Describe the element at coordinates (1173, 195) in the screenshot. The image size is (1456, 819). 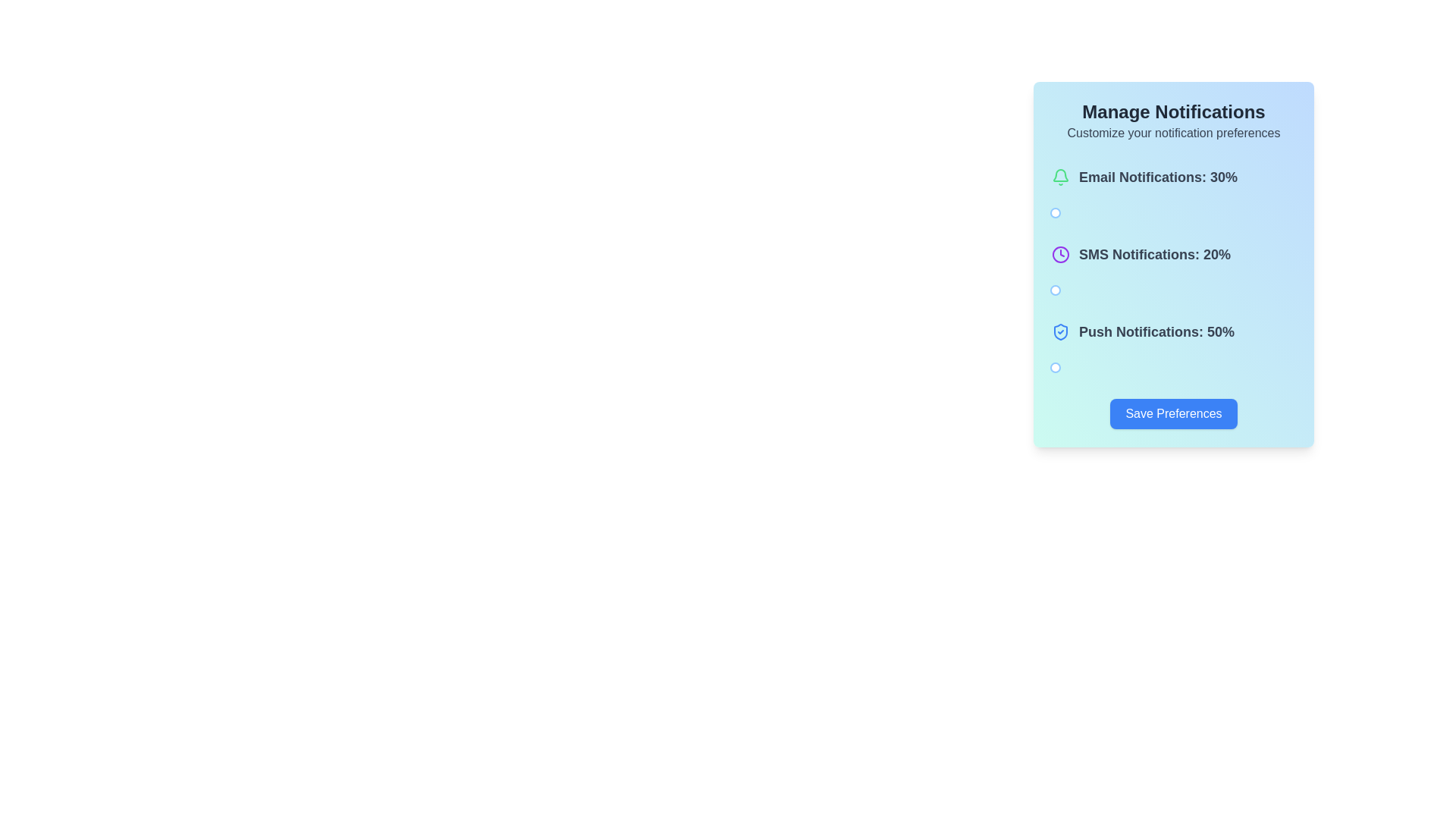
I see `the slider for email notifications, which is indicated by the text 'Email Notifications: 30%' next to a green bell icon` at that location.